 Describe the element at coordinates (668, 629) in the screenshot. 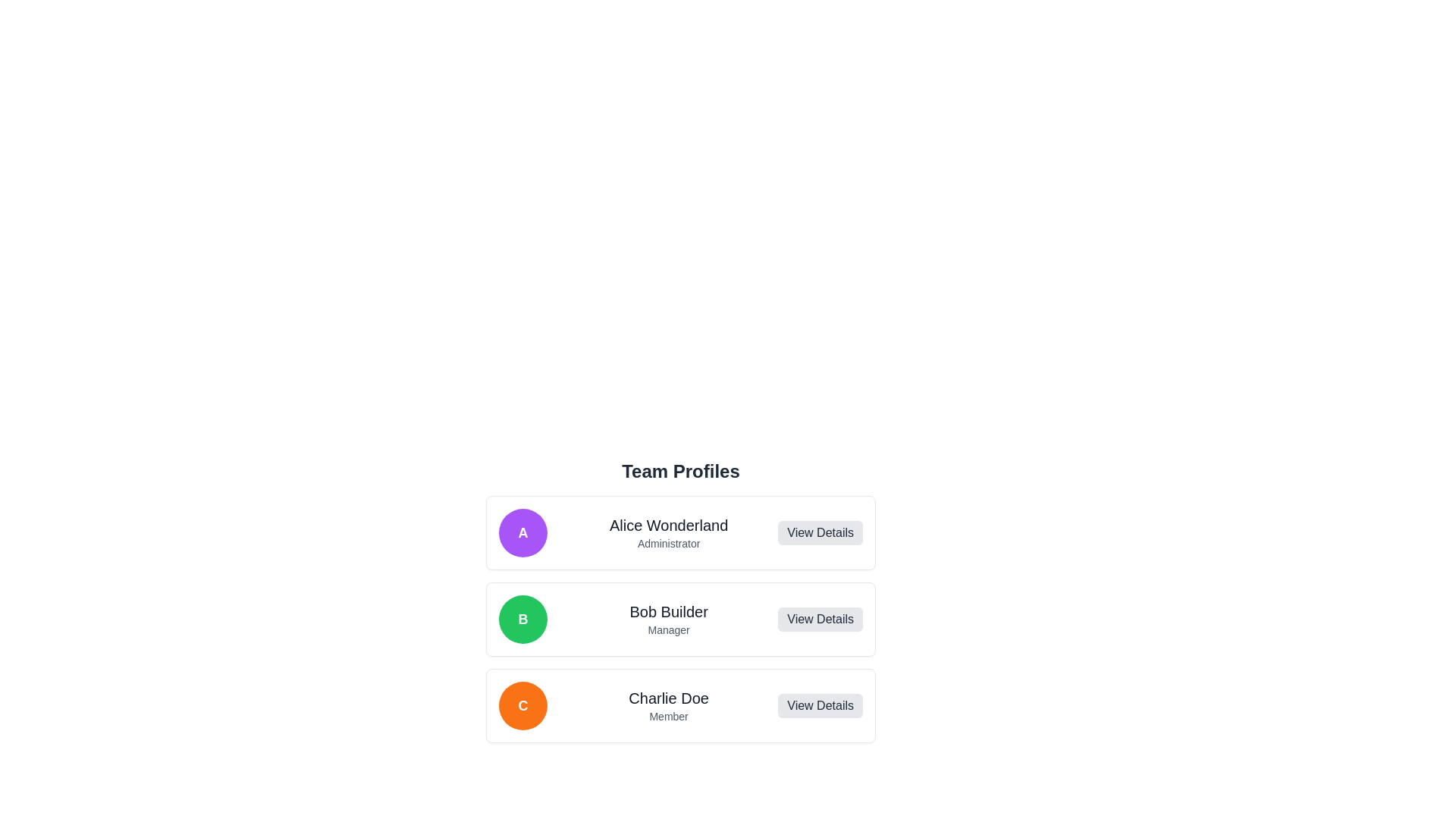

I see `the text label reading 'Manager' located below the bold name label 'Bob Builder' in the second profile card` at that location.